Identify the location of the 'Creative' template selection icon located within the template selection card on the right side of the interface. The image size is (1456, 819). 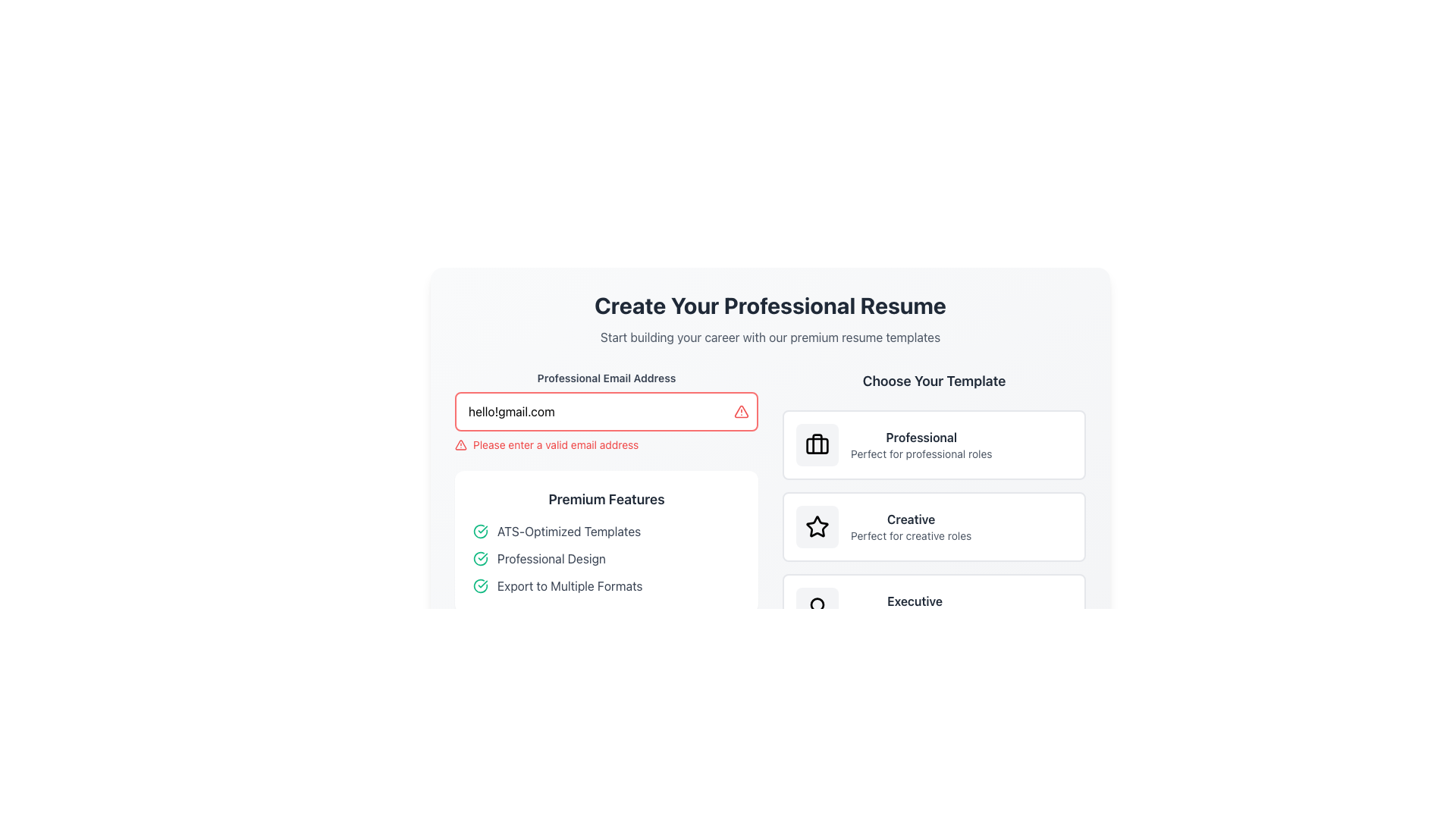
(817, 526).